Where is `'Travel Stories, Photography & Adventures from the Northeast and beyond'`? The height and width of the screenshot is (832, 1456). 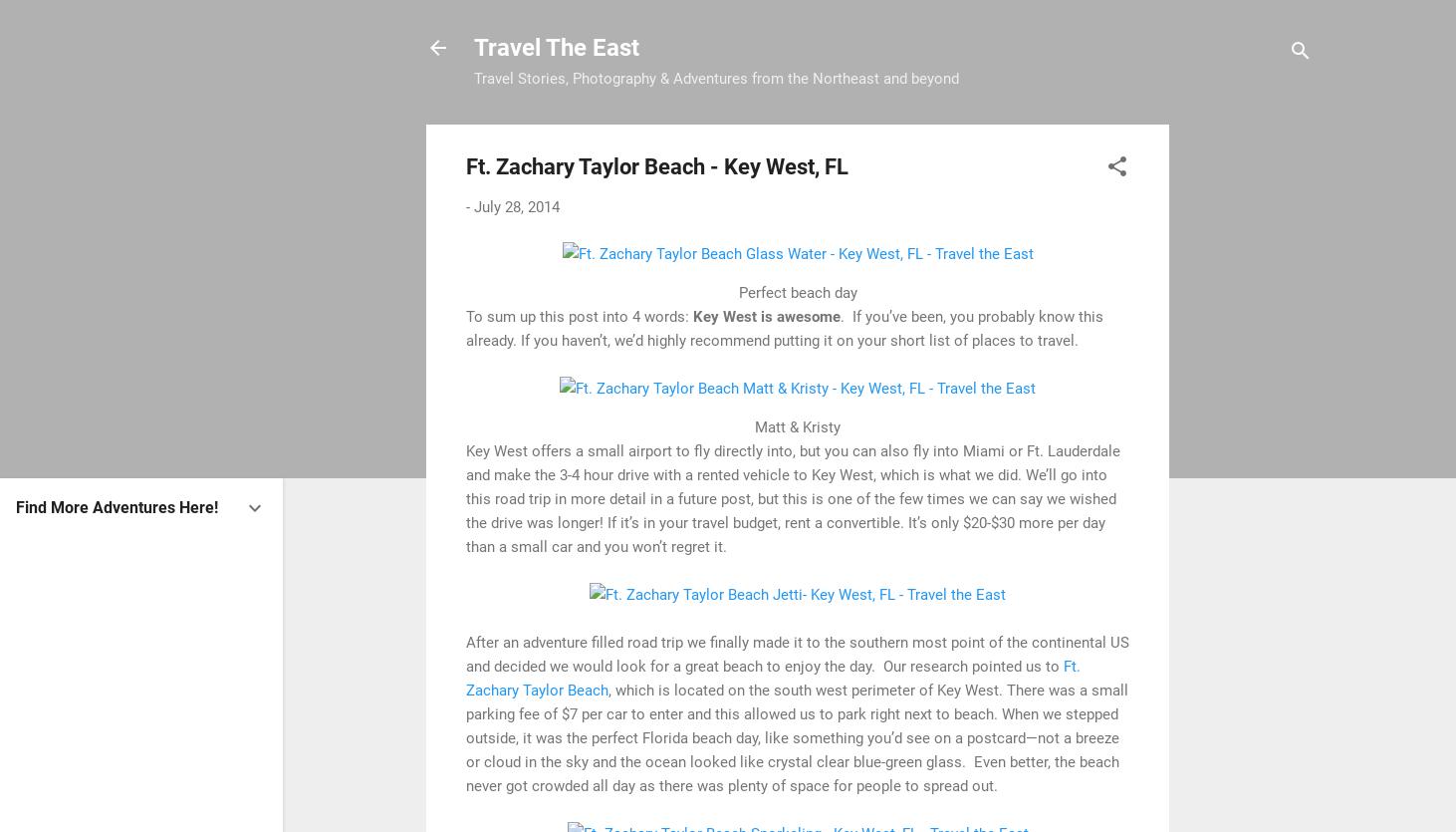 'Travel Stories, Photography & Adventures from the Northeast and beyond' is located at coordinates (716, 78).